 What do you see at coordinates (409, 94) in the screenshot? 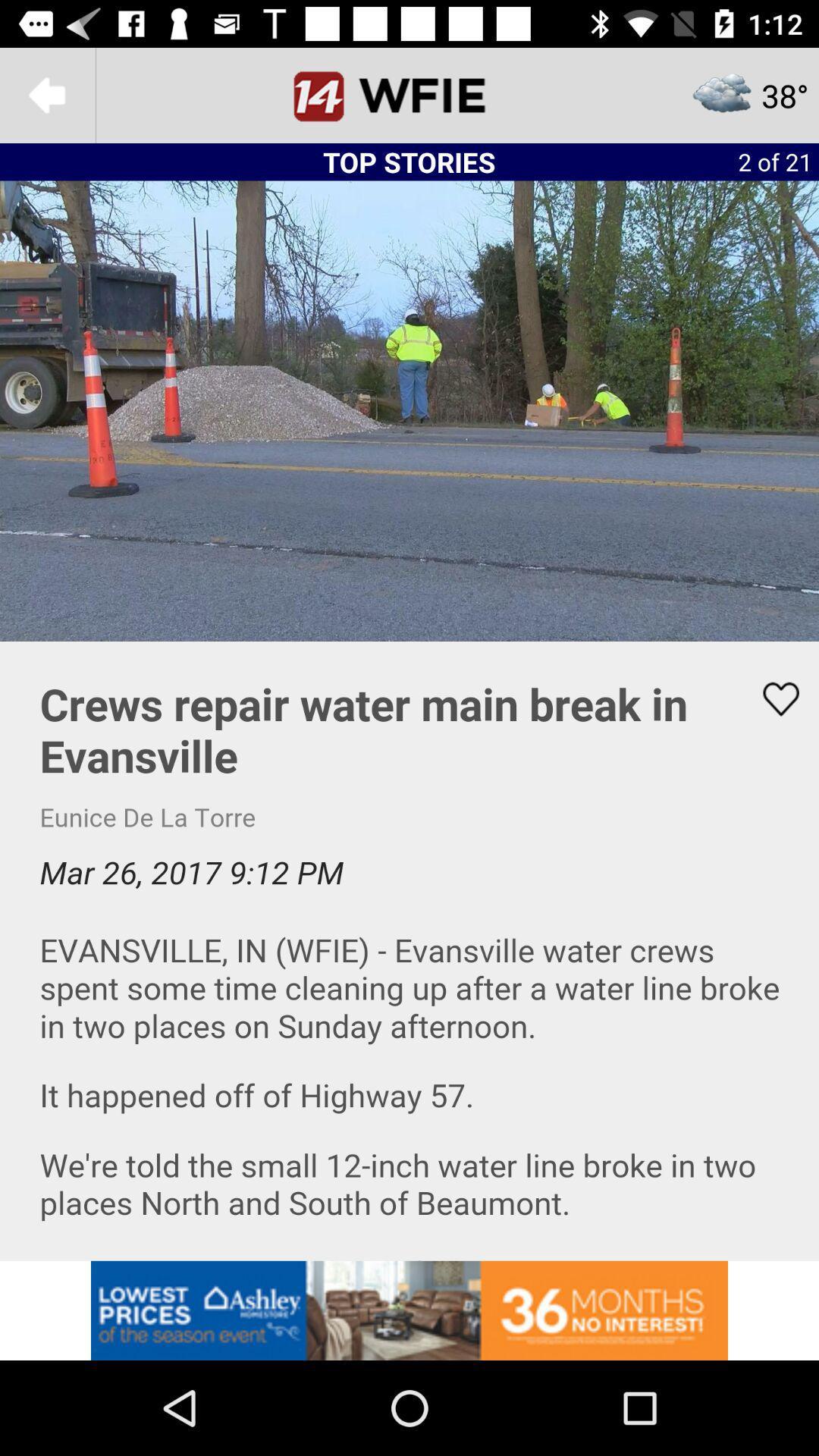
I see `title banner` at bounding box center [409, 94].